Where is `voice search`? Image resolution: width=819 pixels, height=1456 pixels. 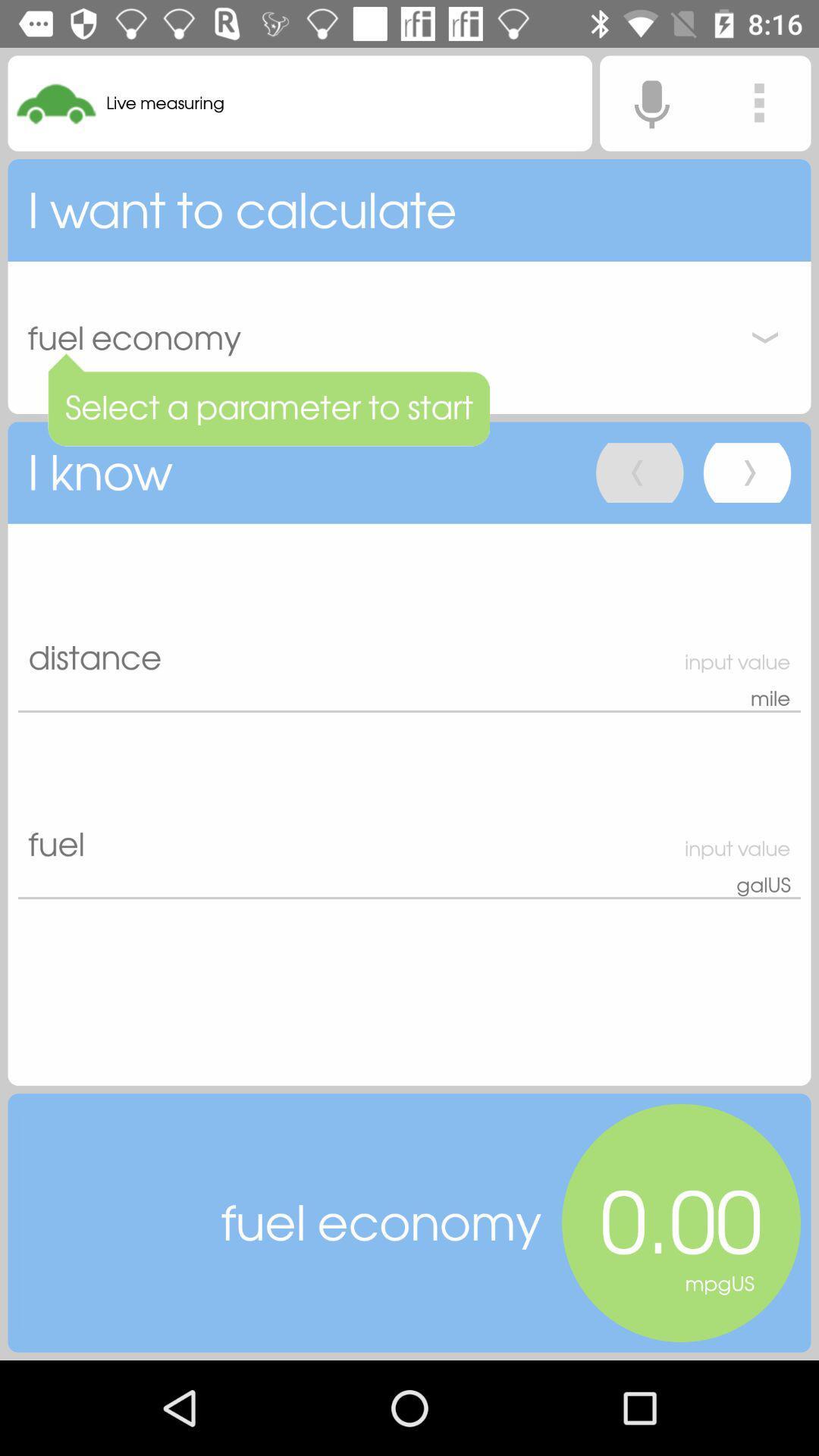 voice search is located at coordinates (651, 102).